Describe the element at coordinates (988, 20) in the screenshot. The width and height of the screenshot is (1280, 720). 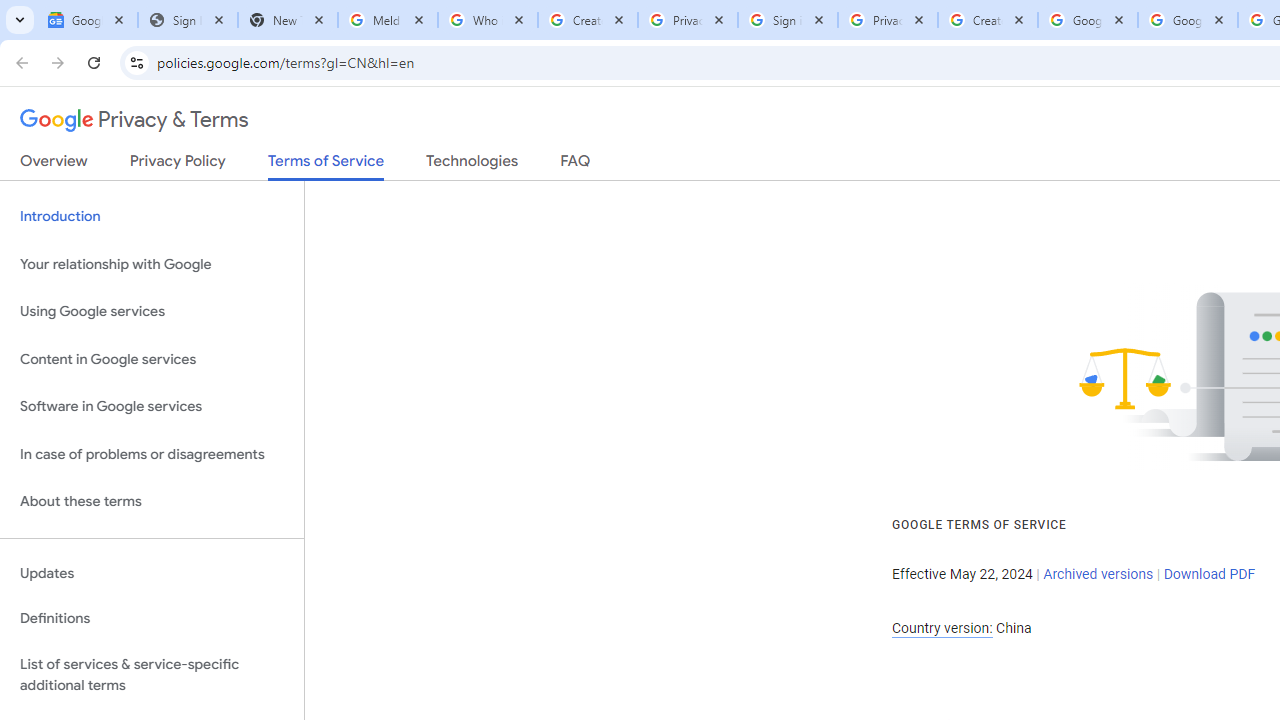
I see `'Create your Google Account'` at that location.